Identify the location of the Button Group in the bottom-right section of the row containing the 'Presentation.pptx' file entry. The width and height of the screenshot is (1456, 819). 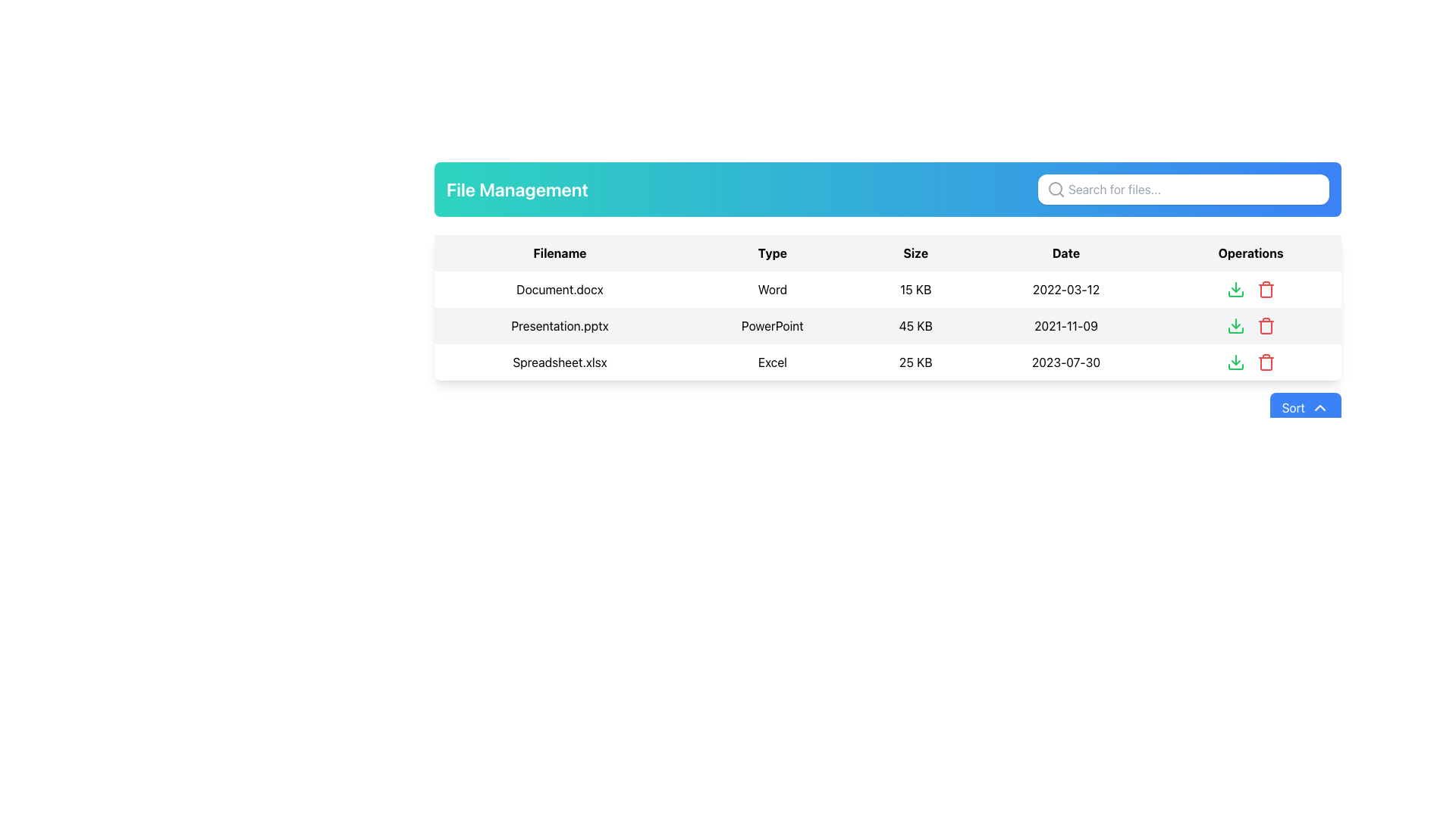
(1250, 325).